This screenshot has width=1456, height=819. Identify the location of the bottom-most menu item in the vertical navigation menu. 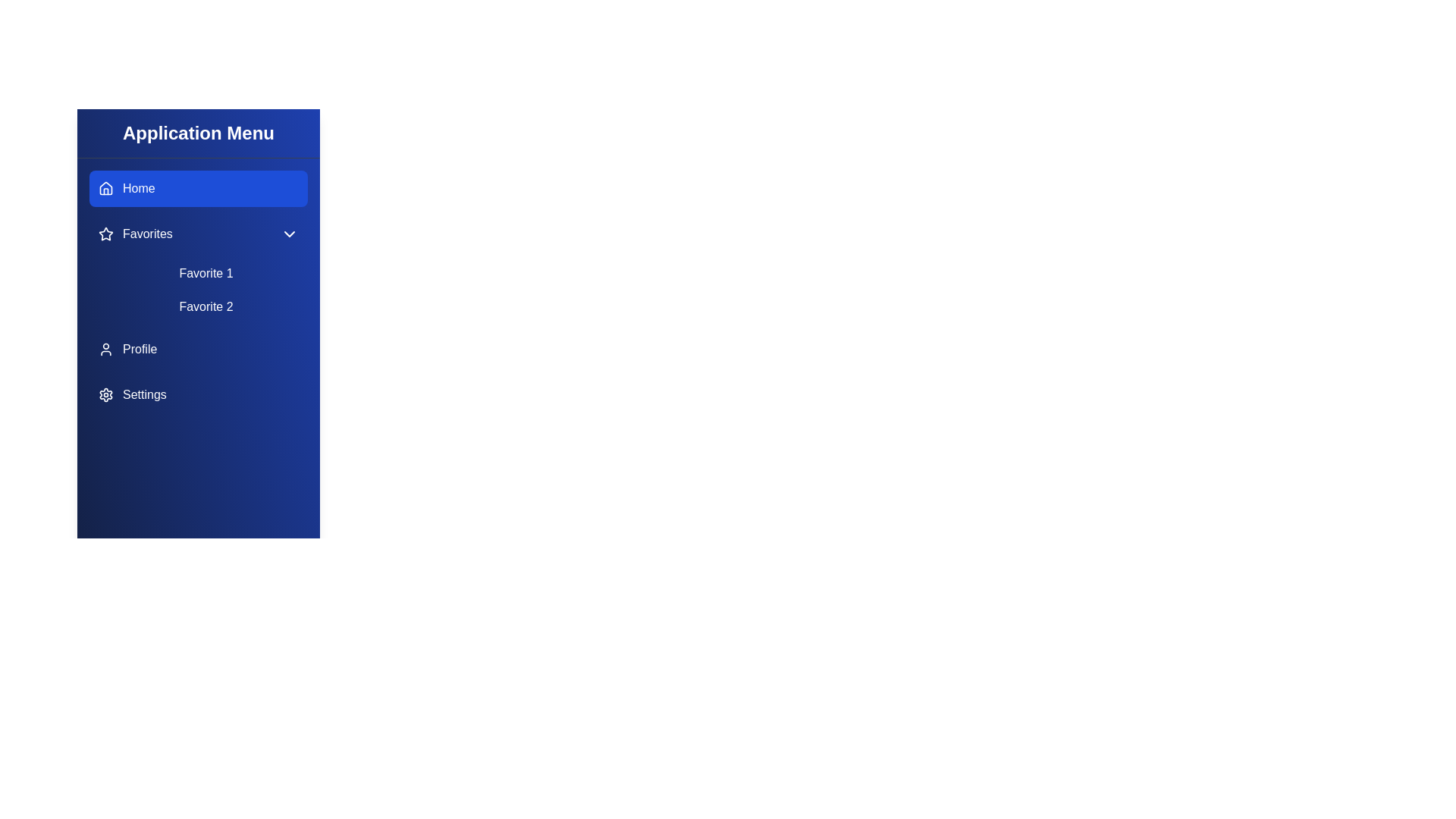
(198, 394).